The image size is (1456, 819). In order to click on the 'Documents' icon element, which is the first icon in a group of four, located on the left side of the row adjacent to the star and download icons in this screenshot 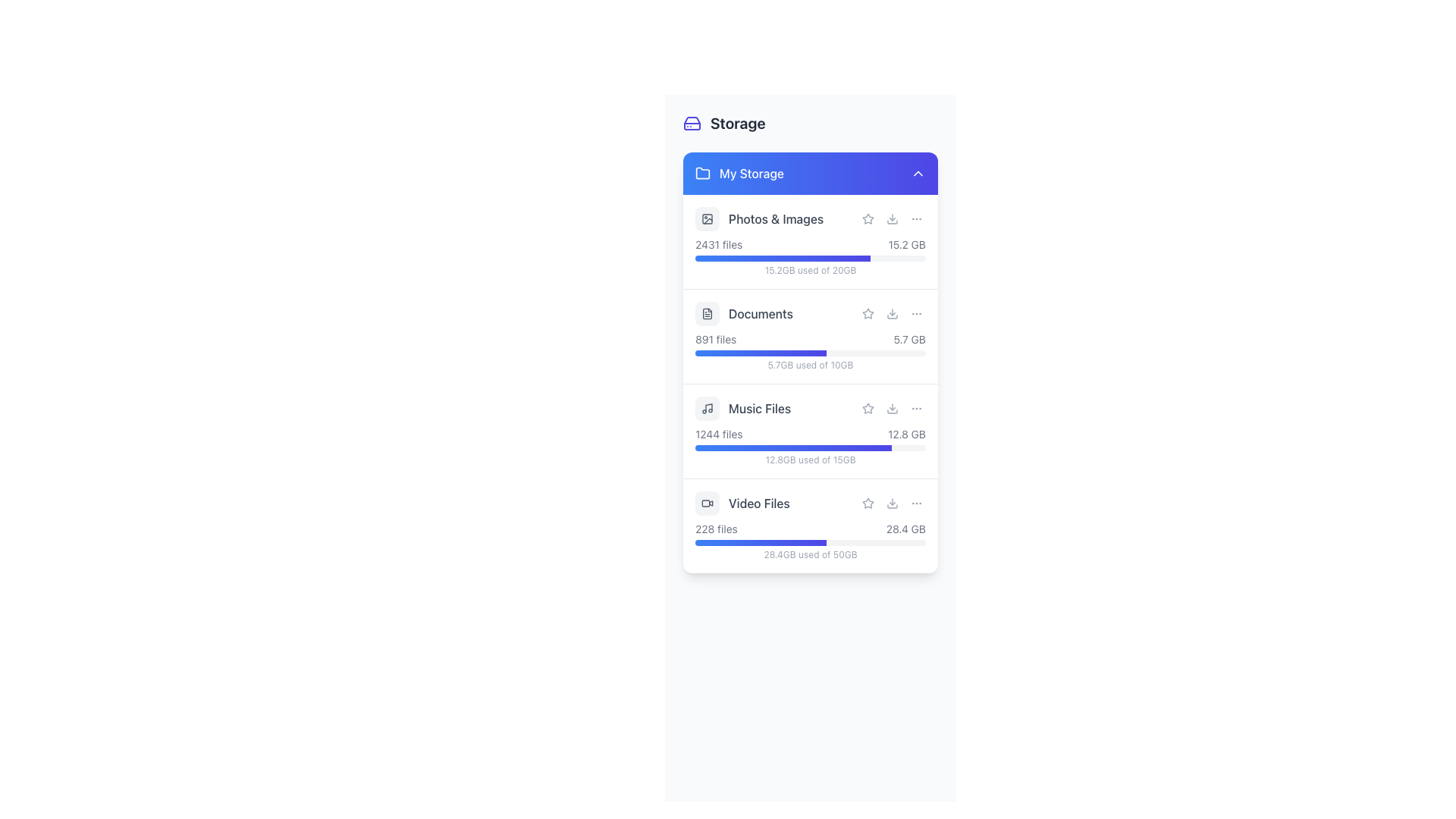, I will do `click(706, 312)`.